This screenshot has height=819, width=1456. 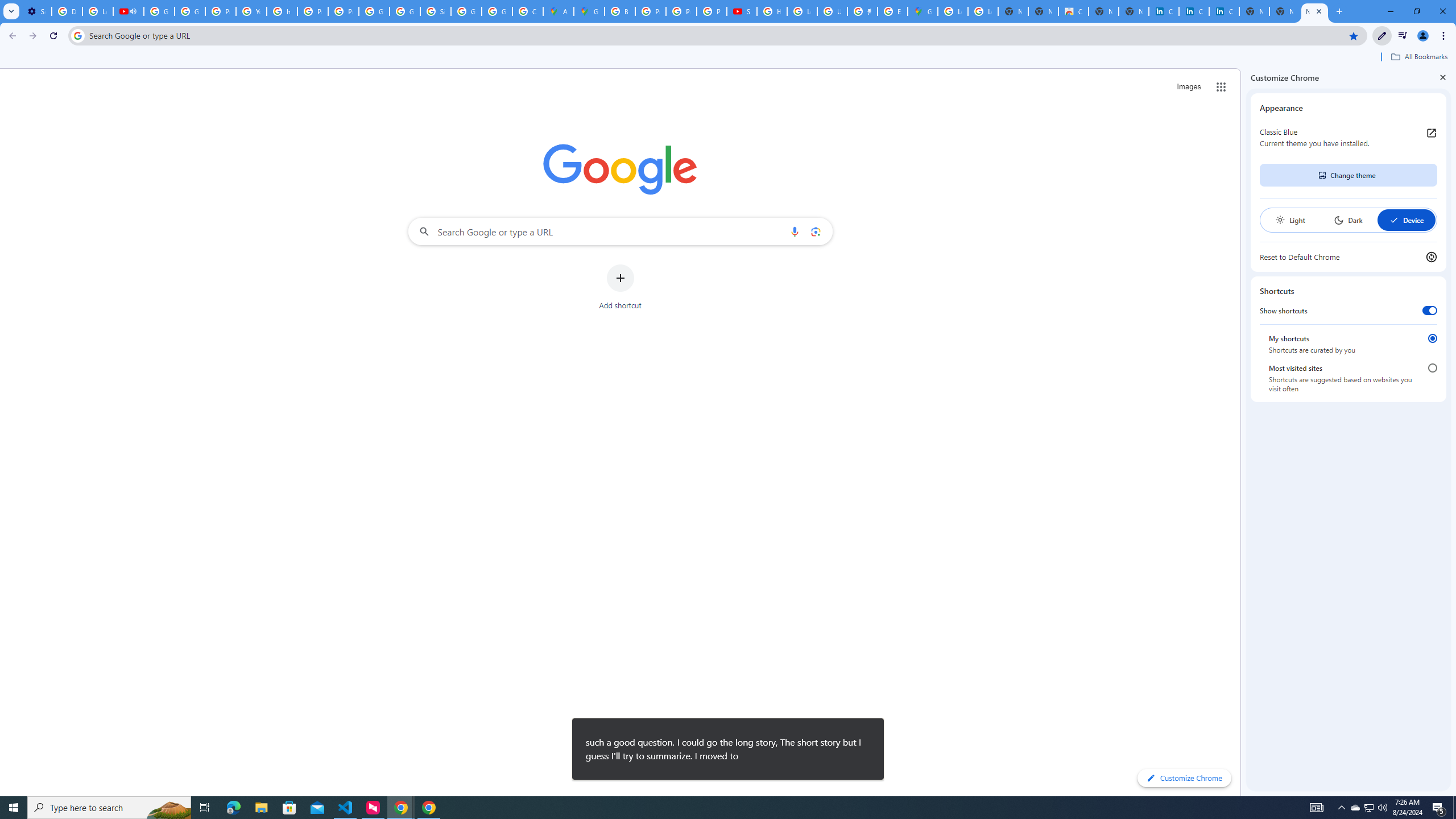 What do you see at coordinates (1164, 11) in the screenshot?
I see `'Cookie Policy | LinkedIn'` at bounding box center [1164, 11].